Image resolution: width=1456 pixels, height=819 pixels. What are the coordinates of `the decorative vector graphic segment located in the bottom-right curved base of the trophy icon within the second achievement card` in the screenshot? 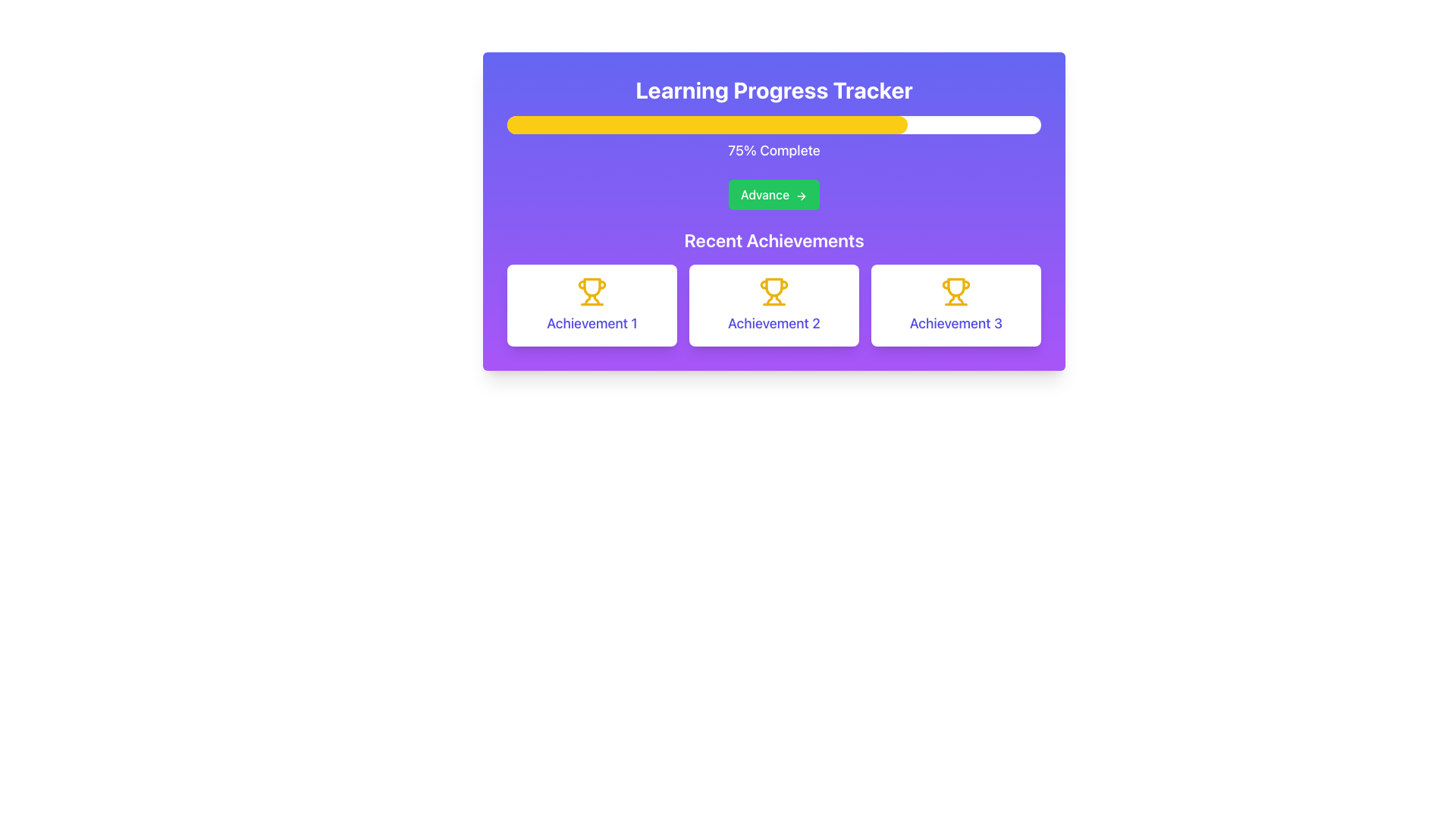 It's located at (778, 300).